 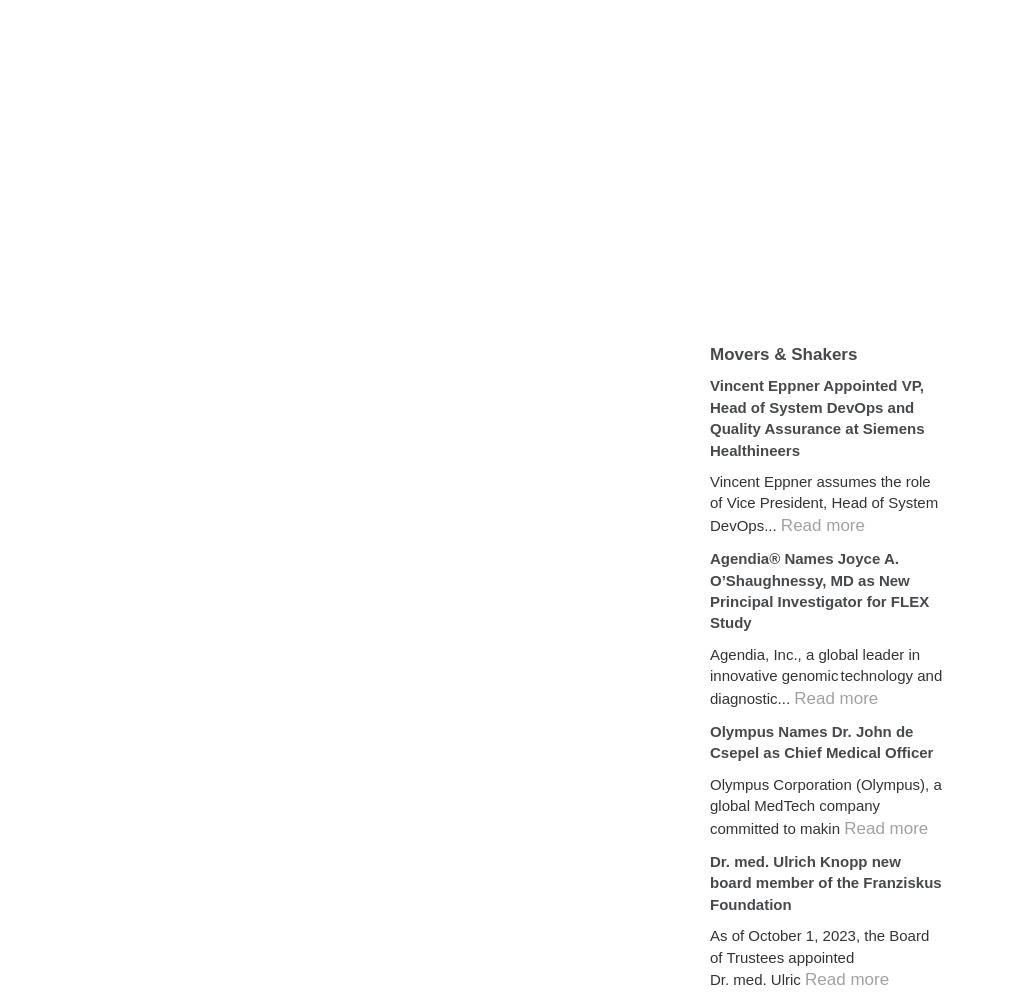 I want to click on 'Agendia® Names Joyce A. O’Shaughnessy, MD as New Principal Investigator for FLEX Study', so click(x=819, y=589).